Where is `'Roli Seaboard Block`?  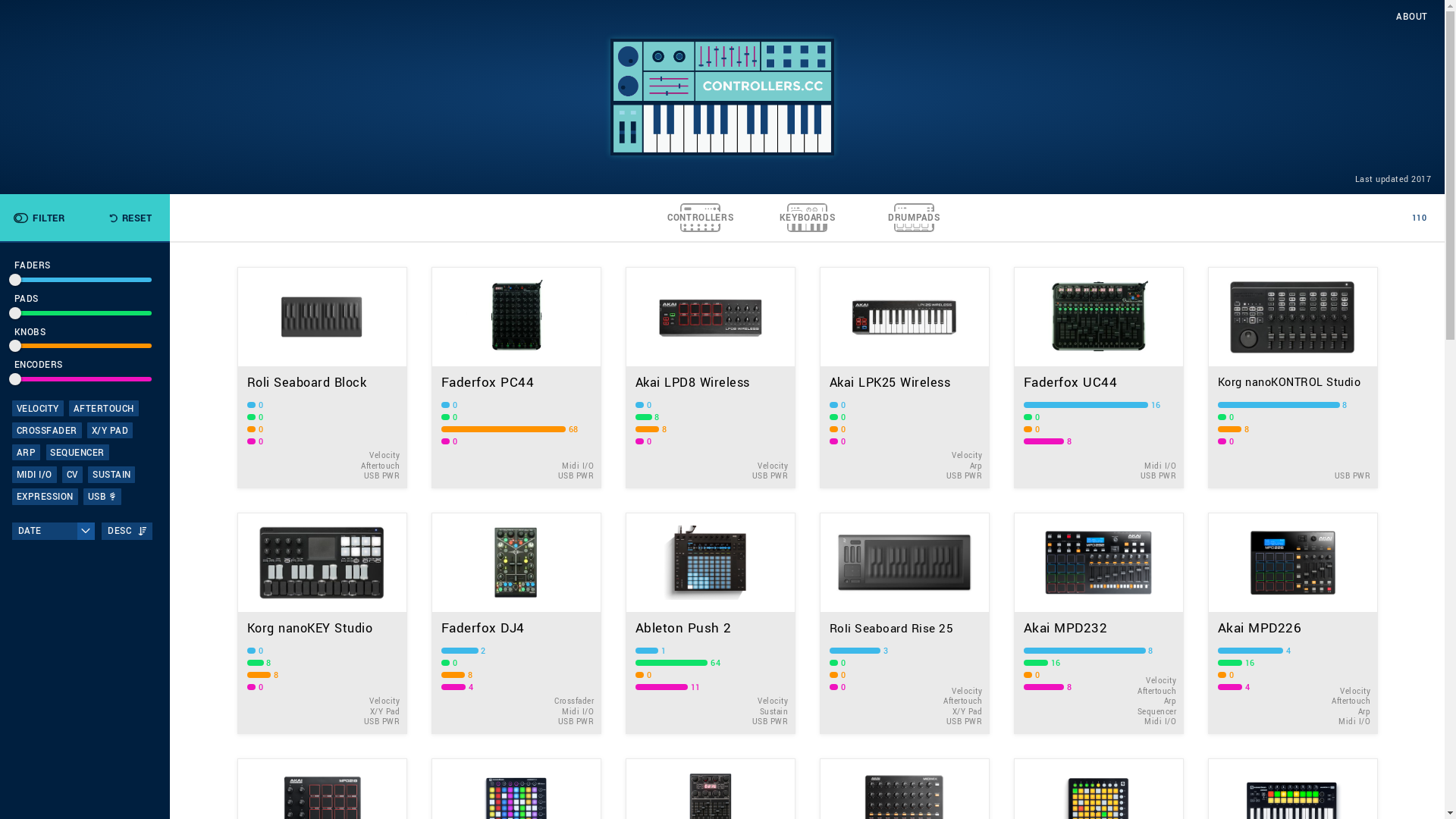
'Roli Seaboard Block is located at coordinates (320, 376).